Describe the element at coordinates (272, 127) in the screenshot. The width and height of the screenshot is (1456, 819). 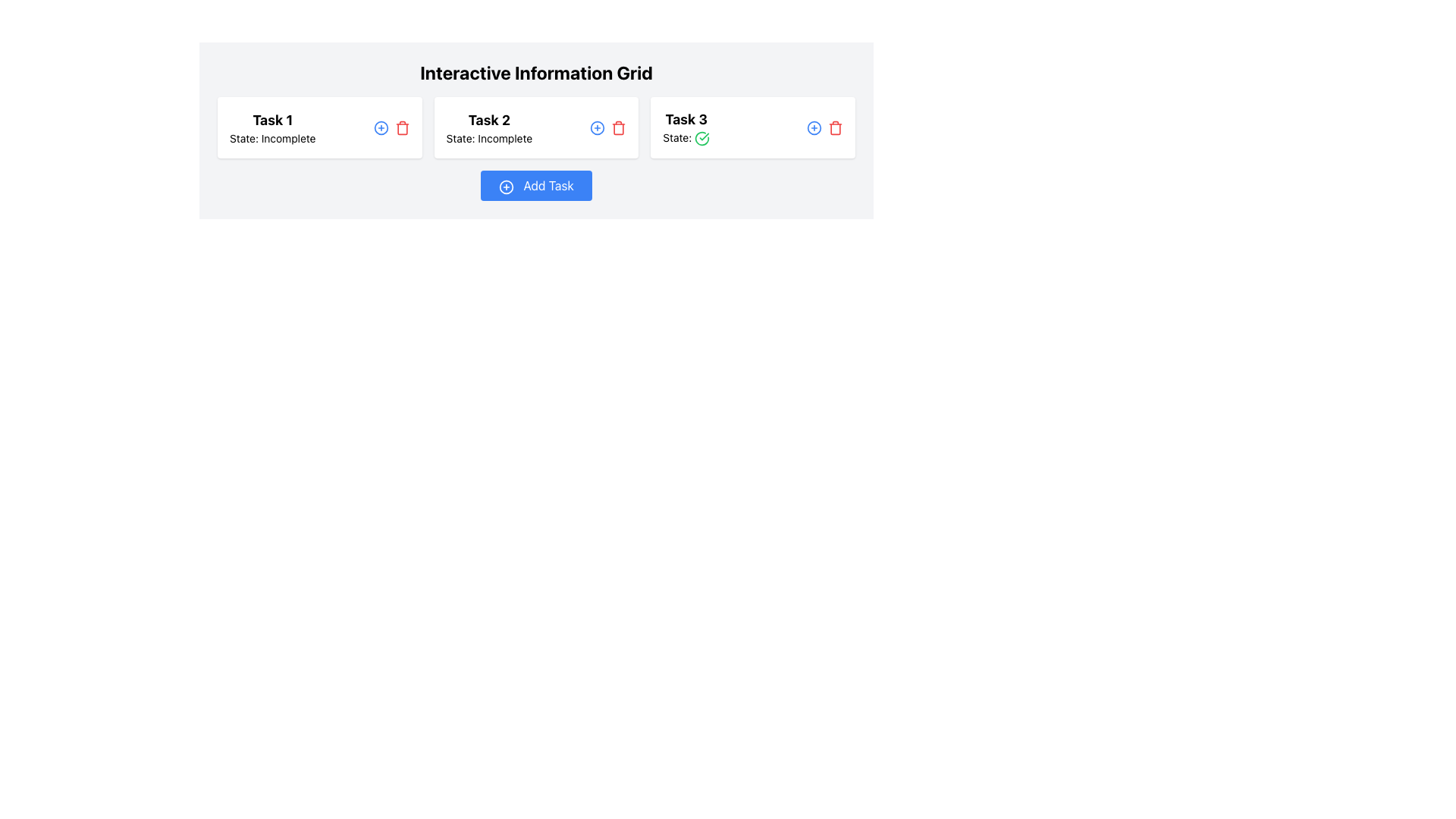
I see `the Text Display element that shows 'Task 1' with status 'Incomplete', located in the top left corner of the task cards grid` at that location.